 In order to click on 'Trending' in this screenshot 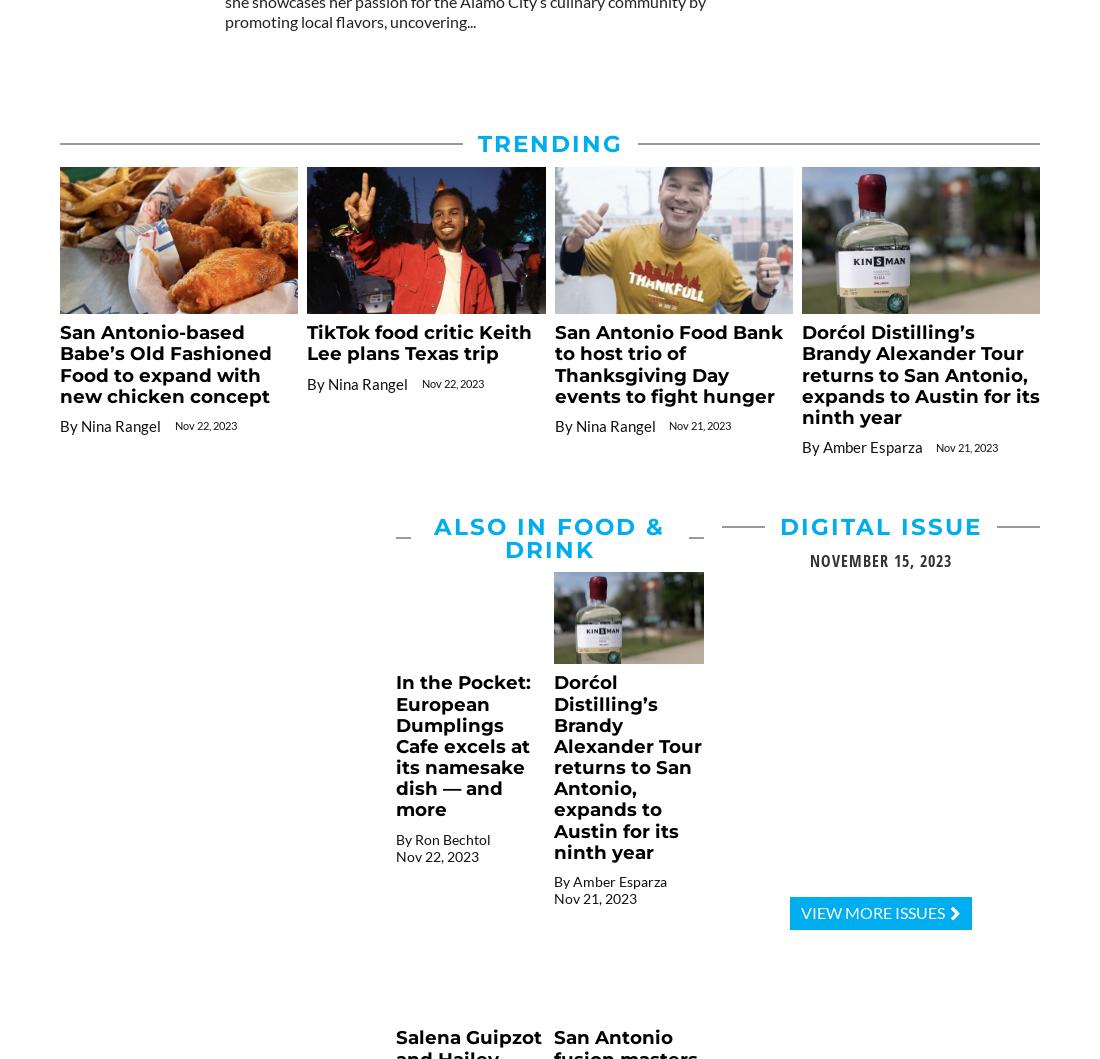, I will do `click(475, 143)`.